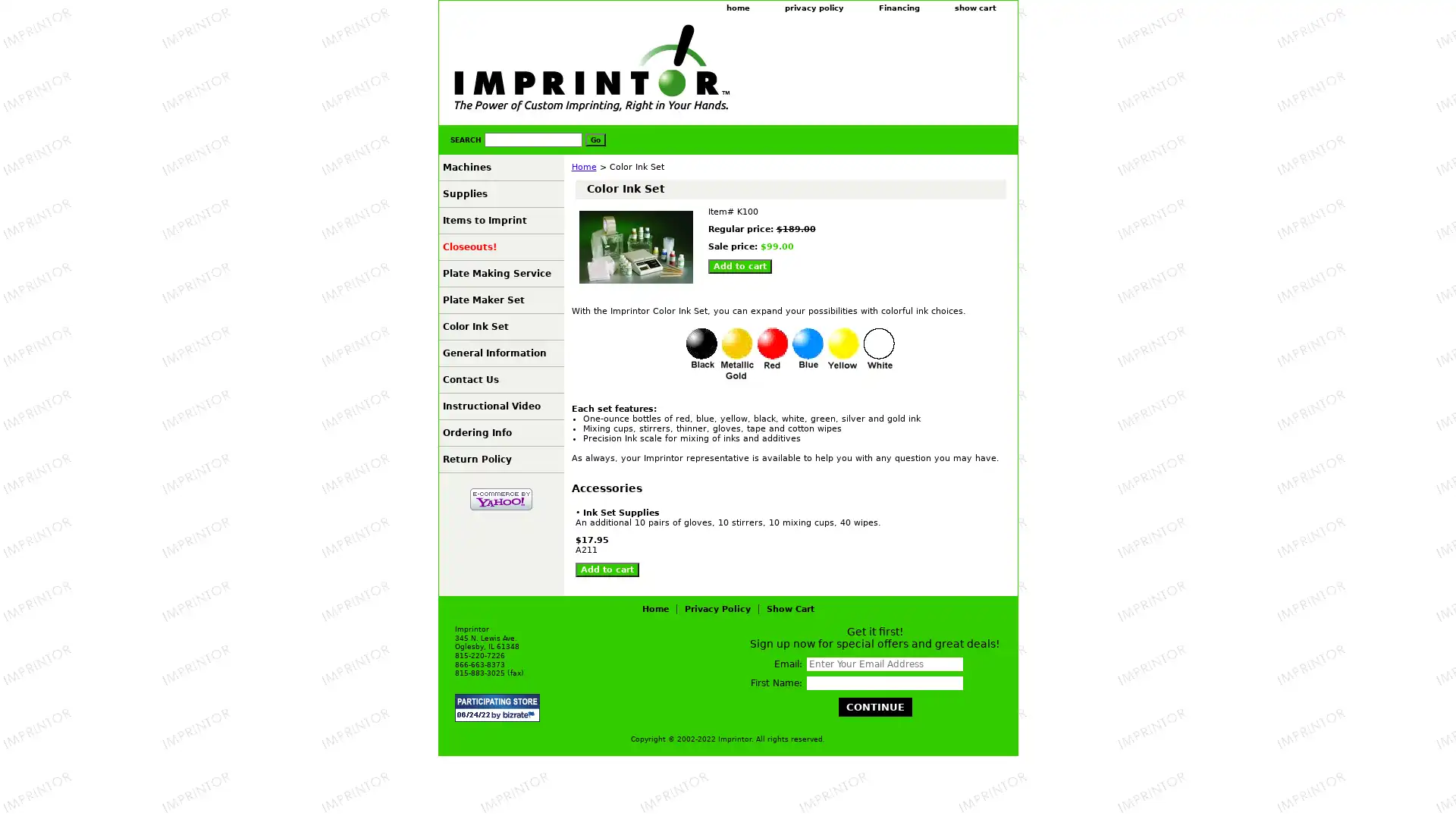 Image resolution: width=1456 pixels, height=819 pixels. I want to click on Add to cart, so click(739, 265).